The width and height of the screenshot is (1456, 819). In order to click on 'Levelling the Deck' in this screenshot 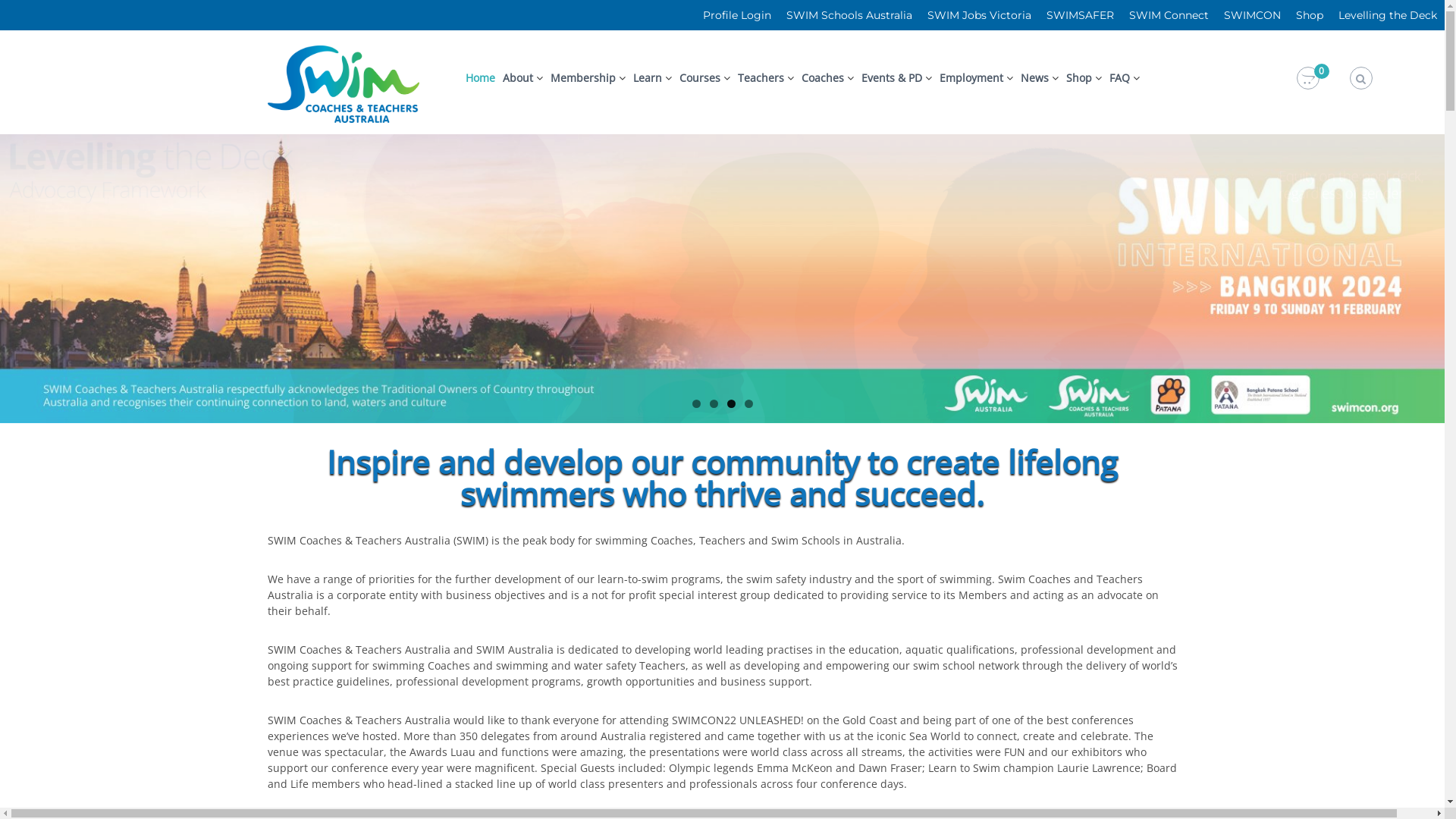, I will do `click(1387, 14)`.